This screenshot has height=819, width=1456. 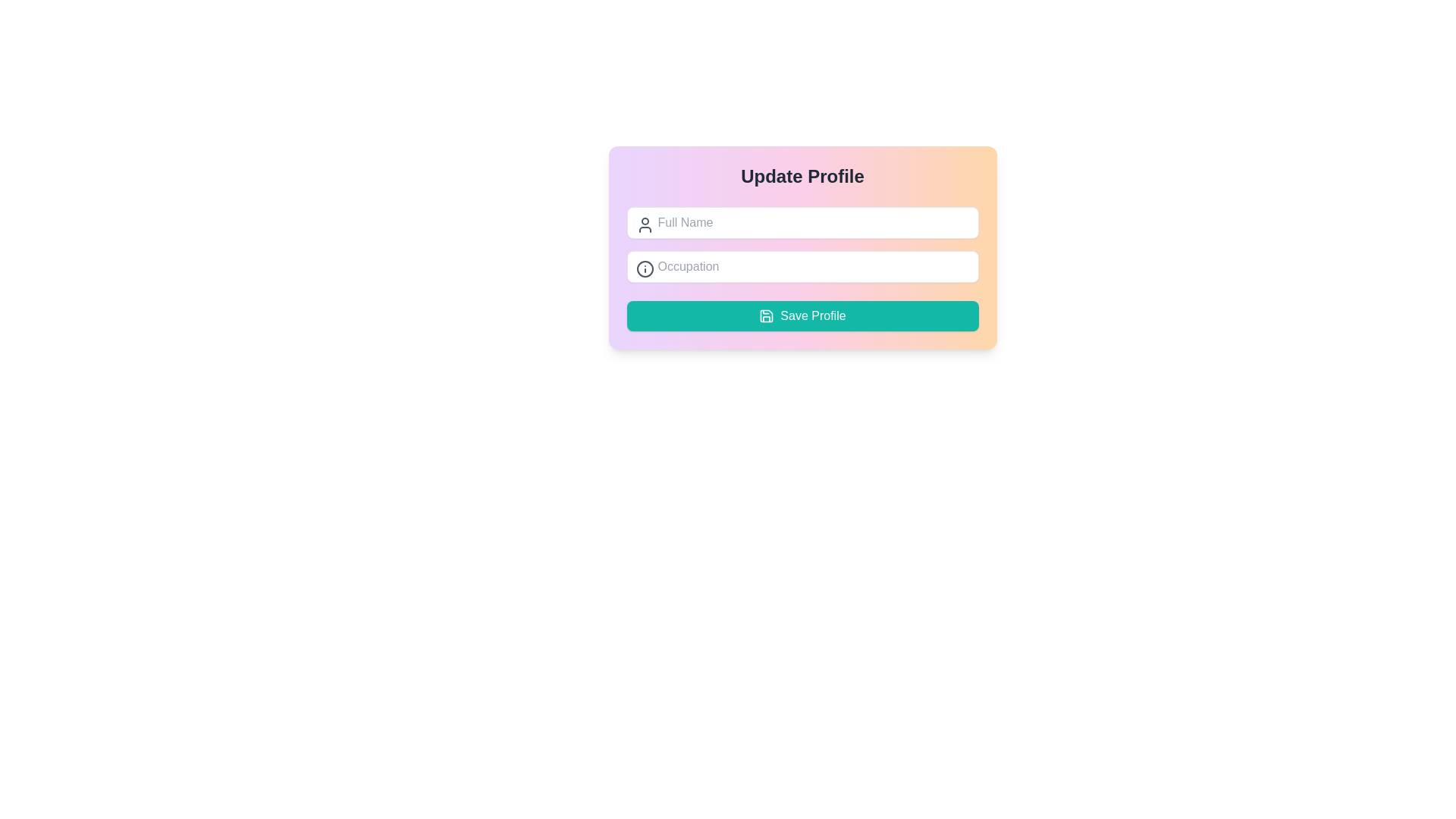 I want to click on the information indicator icon located to the left of the input field labeled 'Occupation', so click(x=645, y=268).